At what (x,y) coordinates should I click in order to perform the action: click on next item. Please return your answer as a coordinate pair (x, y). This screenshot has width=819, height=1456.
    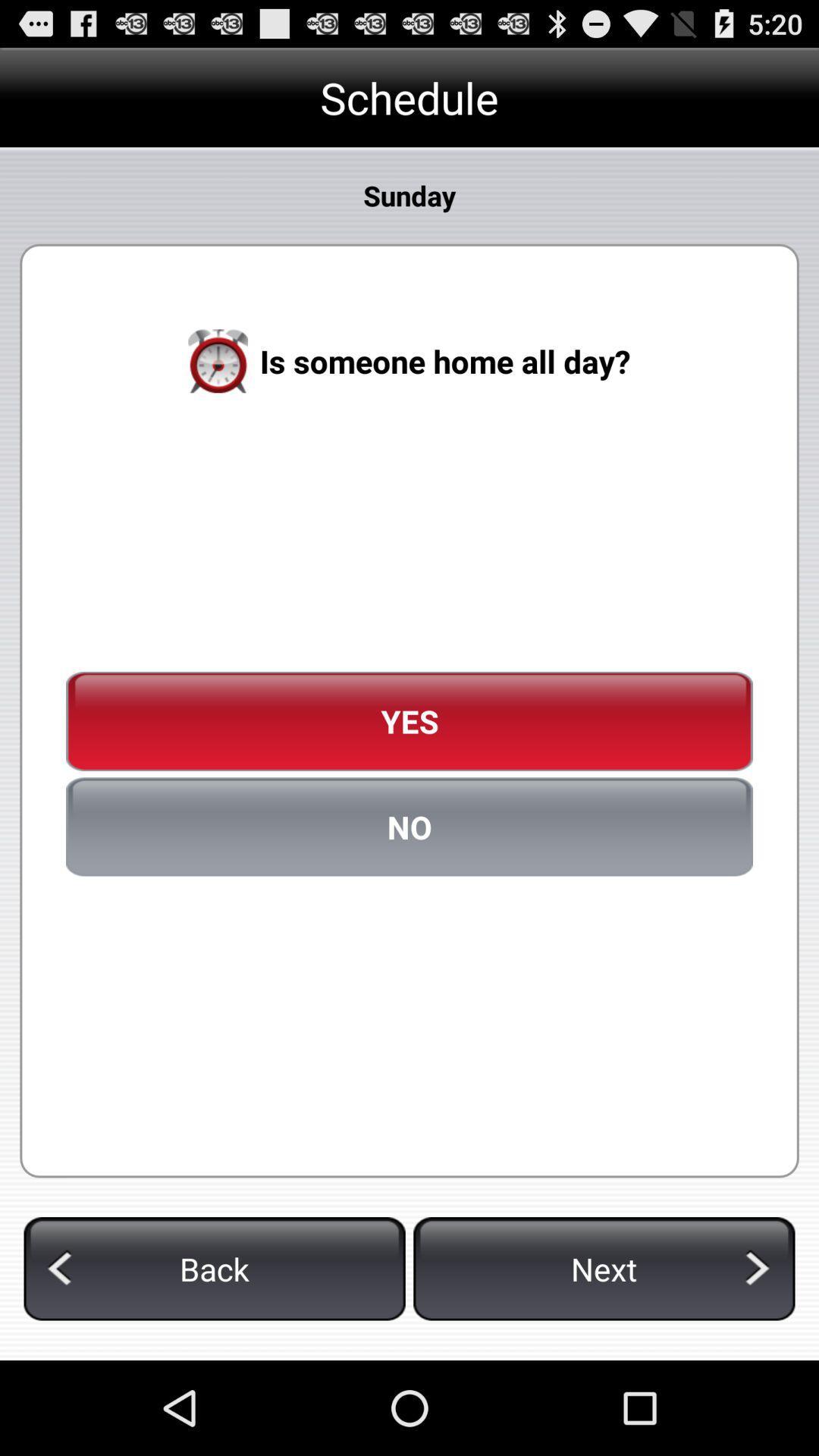
    Looking at the image, I should click on (603, 1269).